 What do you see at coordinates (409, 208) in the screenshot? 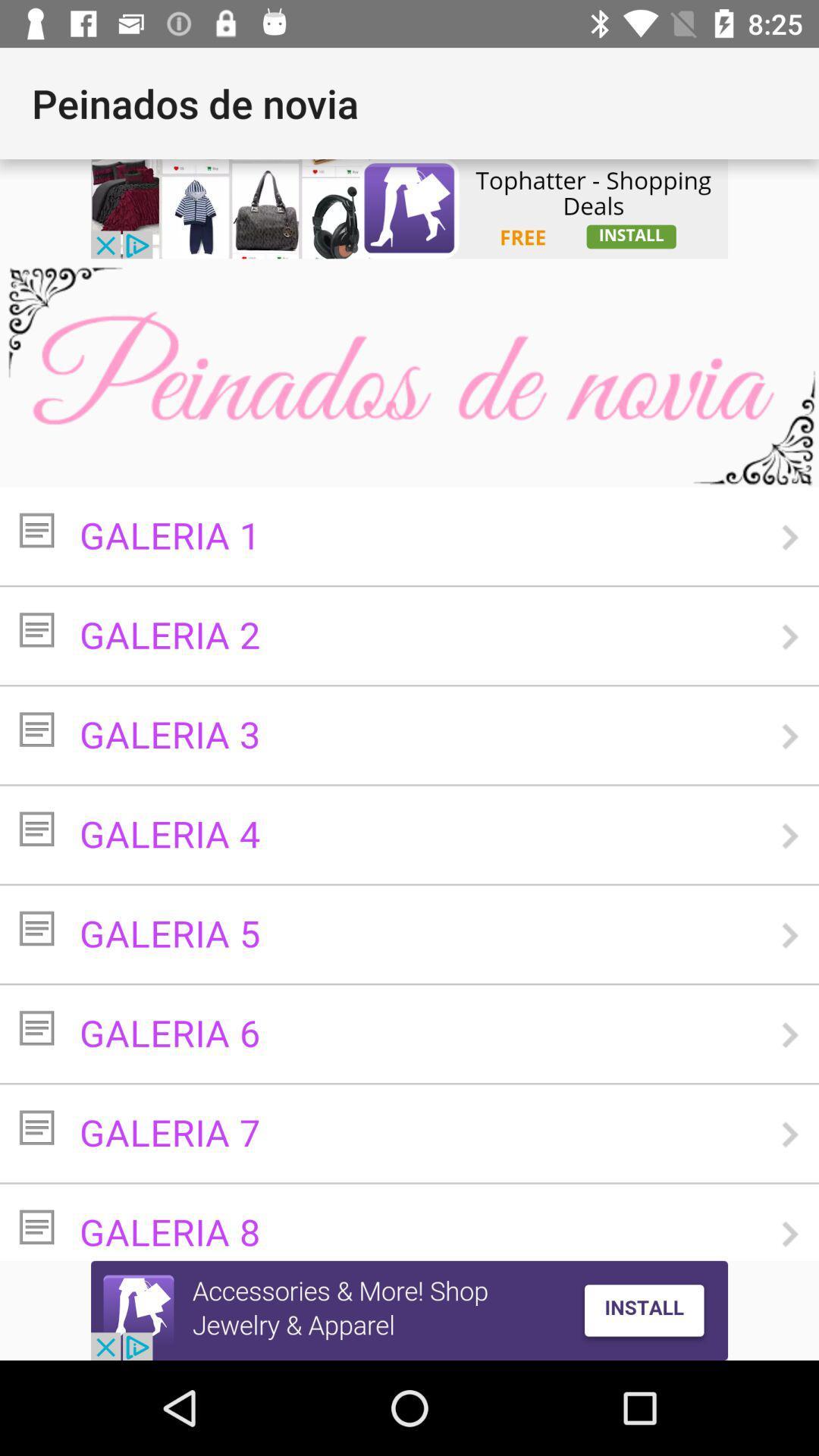
I see `click advertisement` at bounding box center [409, 208].